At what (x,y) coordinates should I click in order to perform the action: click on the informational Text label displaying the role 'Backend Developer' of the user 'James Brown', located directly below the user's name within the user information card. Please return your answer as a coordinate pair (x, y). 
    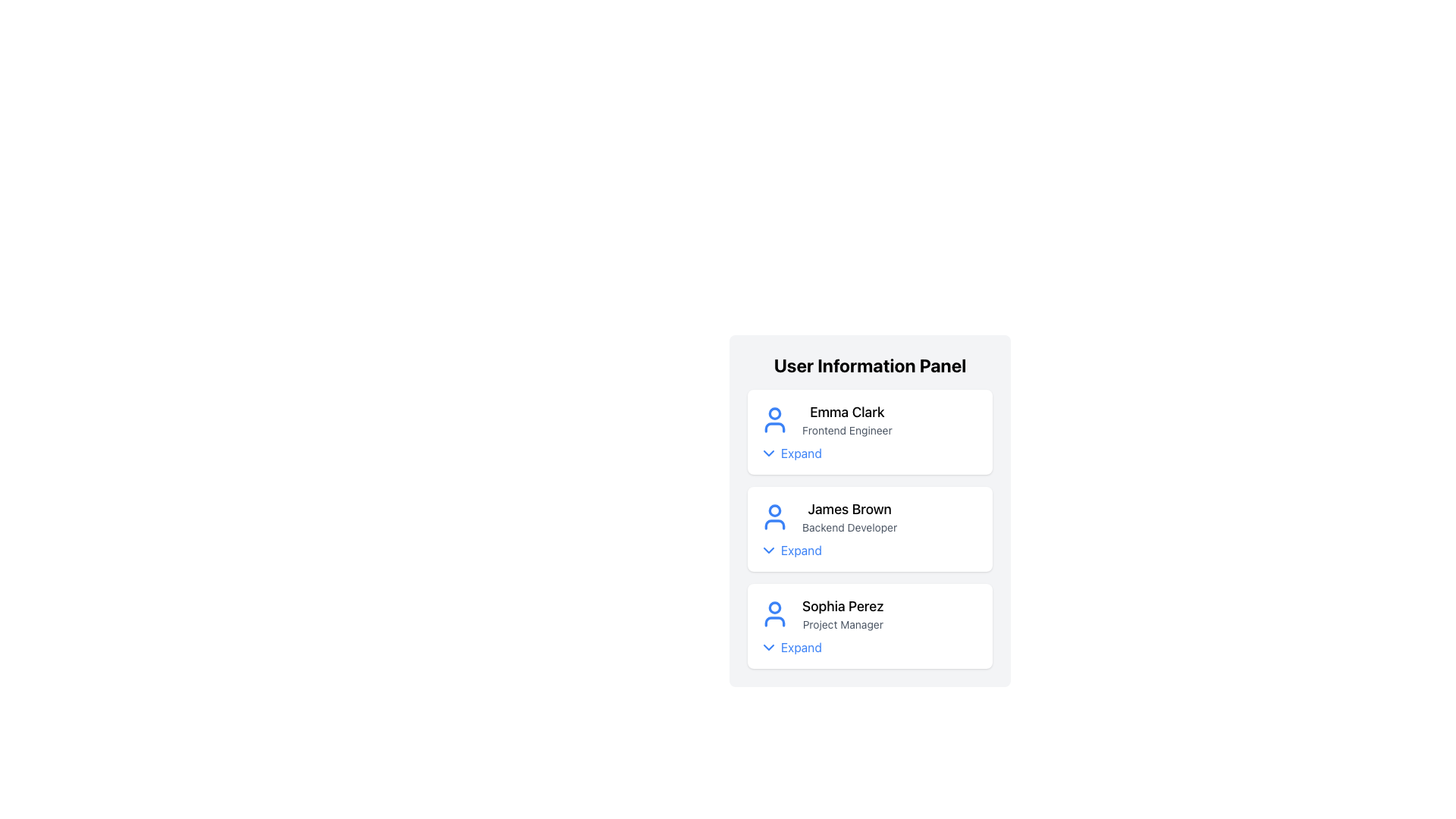
    Looking at the image, I should click on (849, 526).